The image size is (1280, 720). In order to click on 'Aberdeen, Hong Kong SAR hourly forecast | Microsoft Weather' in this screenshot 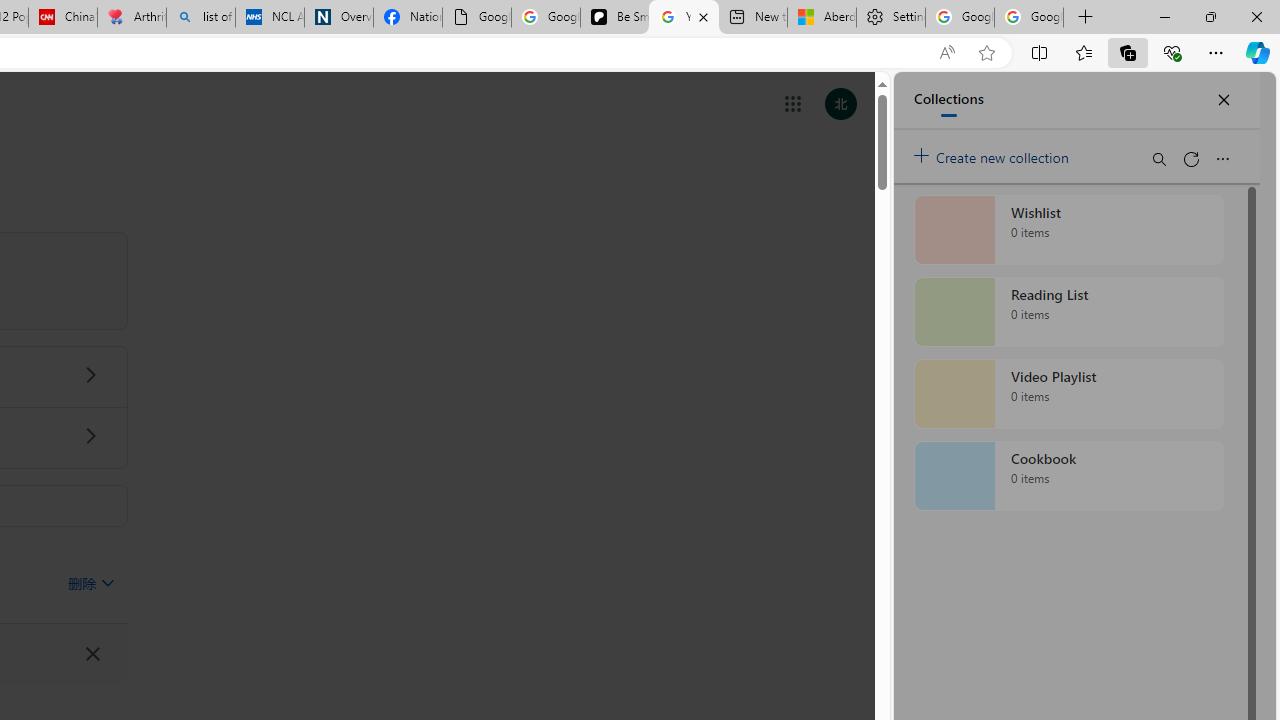, I will do `click(822, 17)`.